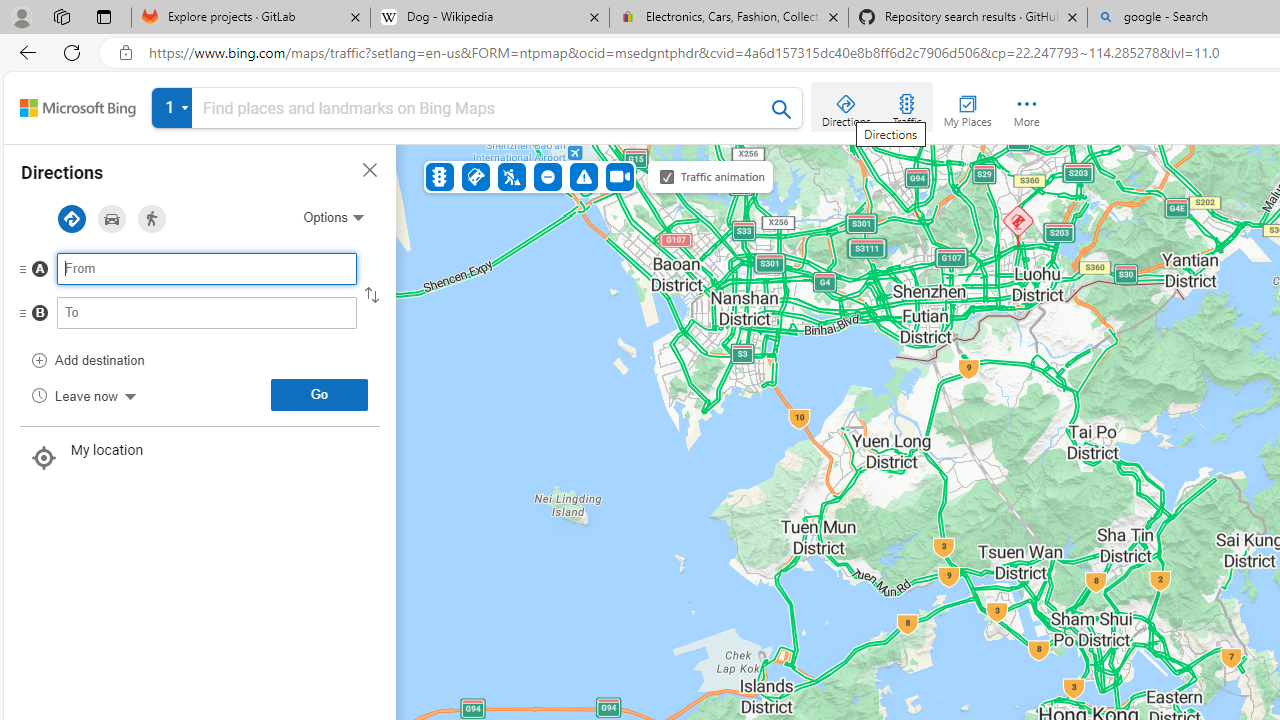 This screenshot has height=720, width=1280. Describe the element at coordinates (333, 217) in the screenshot. I see `'Options'` at that location.